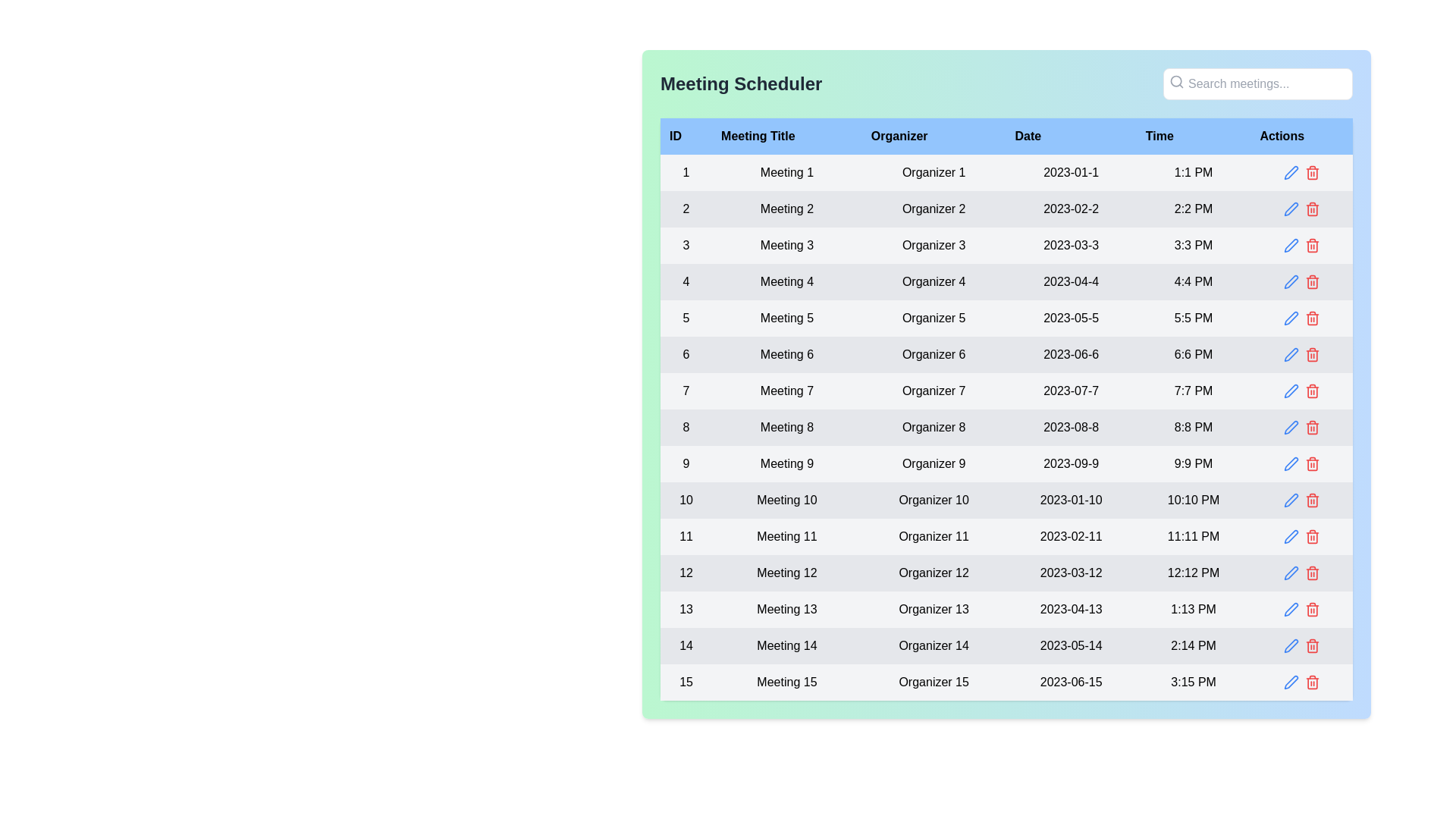 The width and height of the screenshot is (1456, 819). I want to click on the static text displaying the date for 'Meeting 5' in the fifth row of the table, located in the 'Date' column, so click(1070, 318).